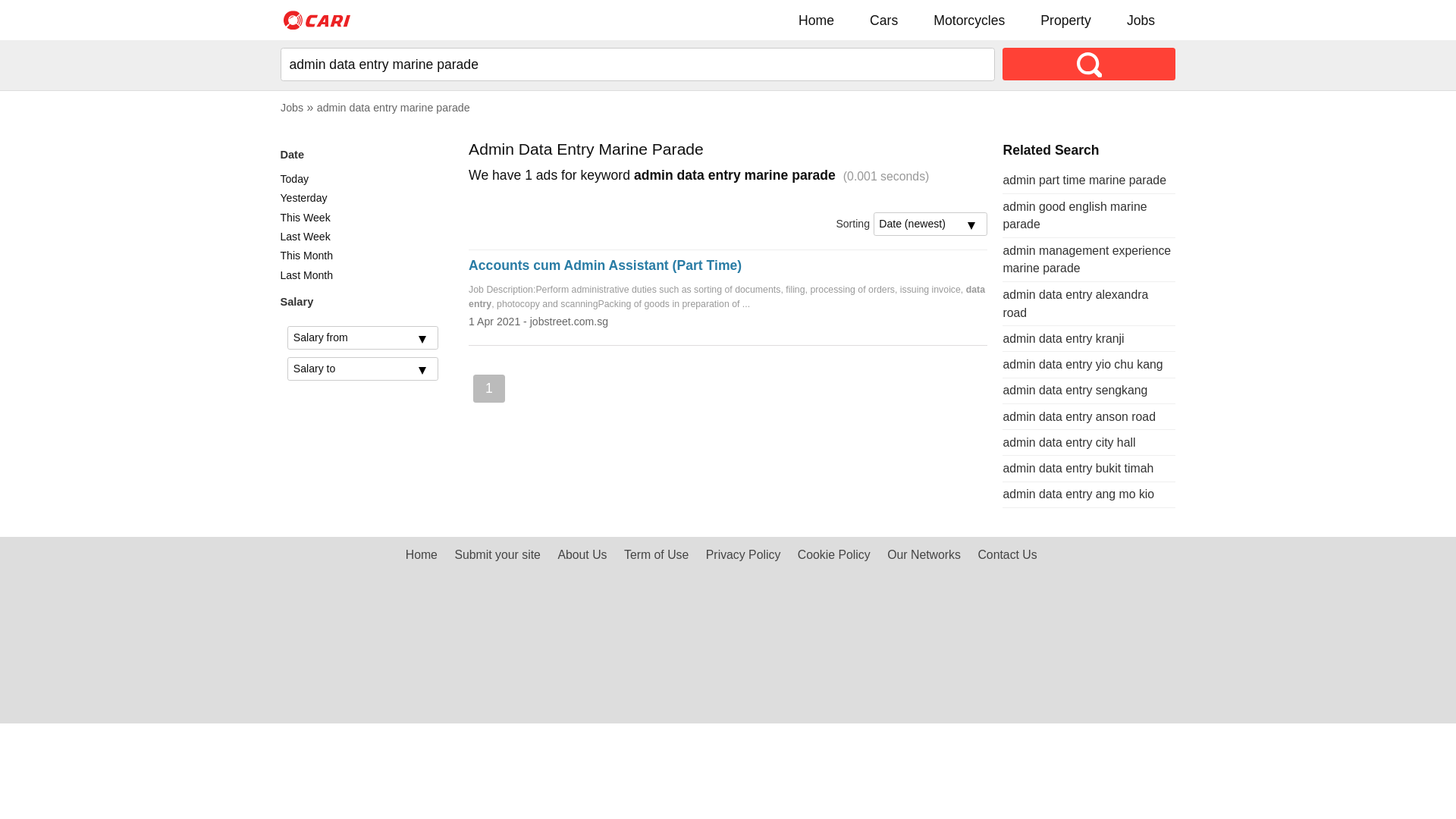 The width and height of the screenshot is (1456, 819). What do you see at coordinates (1002, 259) in the screenshot?
I see `'admin management experience marine parade'` at bounding box center [1002, 259].